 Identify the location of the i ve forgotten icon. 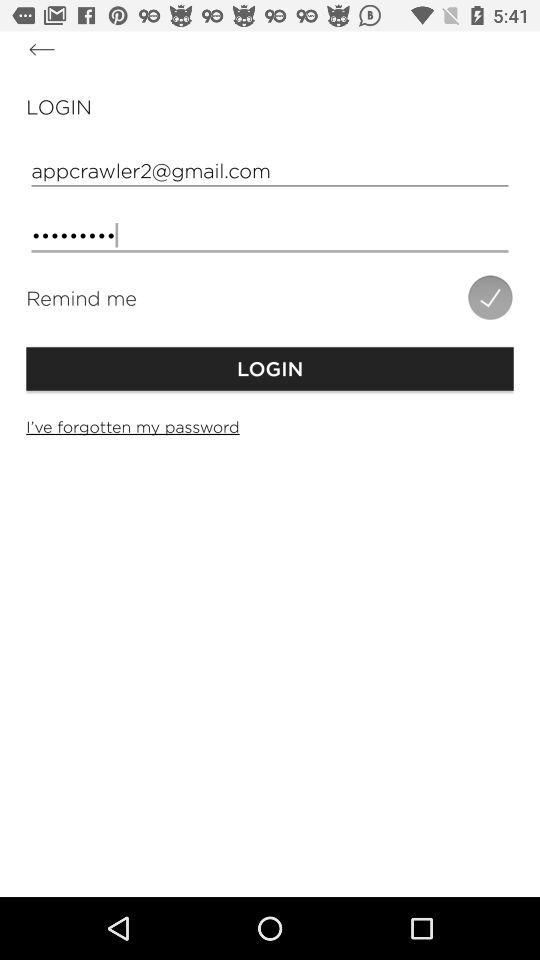
(270, 426).